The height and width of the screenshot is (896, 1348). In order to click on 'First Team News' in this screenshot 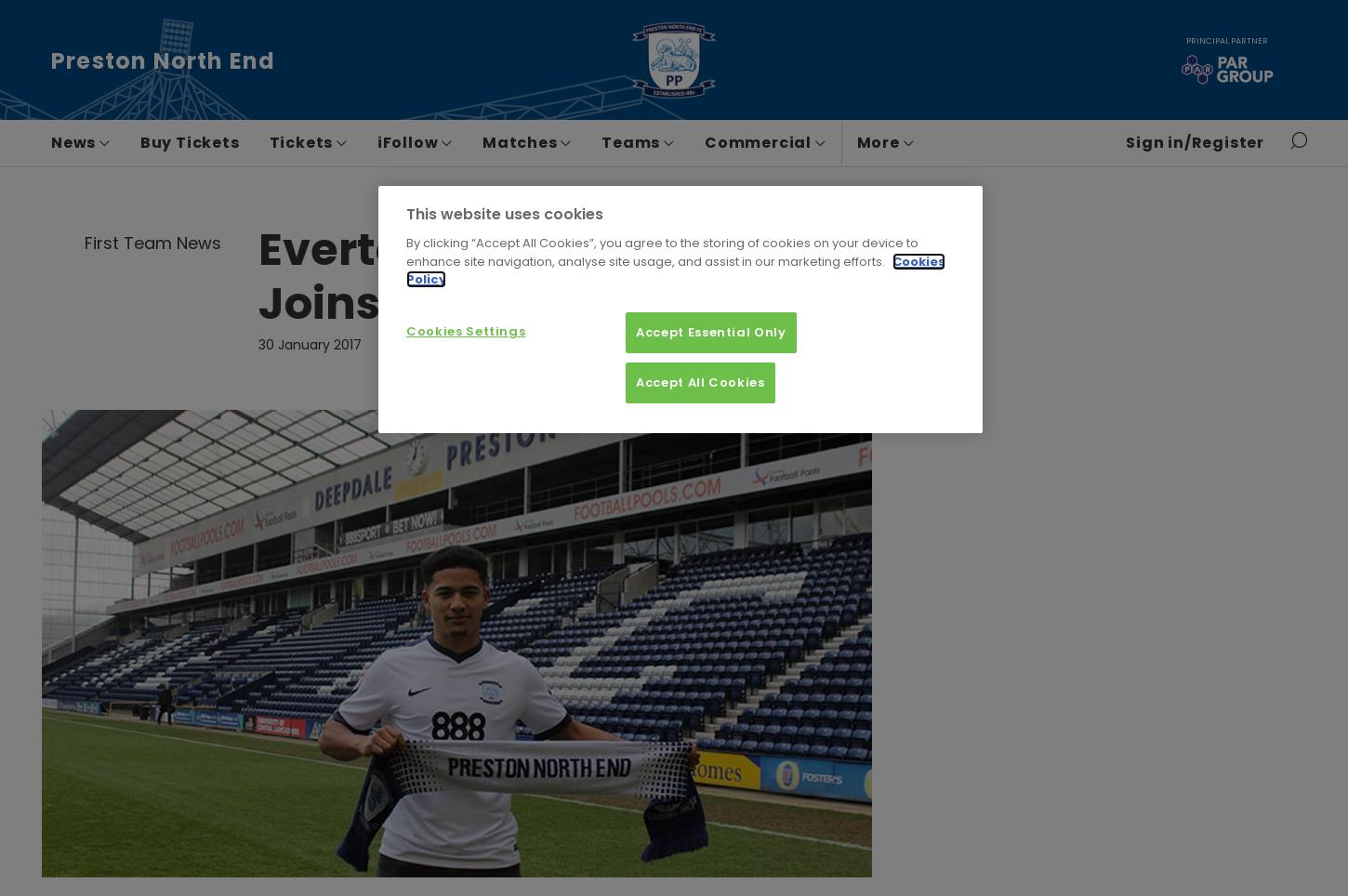, I will do `click(152, 242)`.